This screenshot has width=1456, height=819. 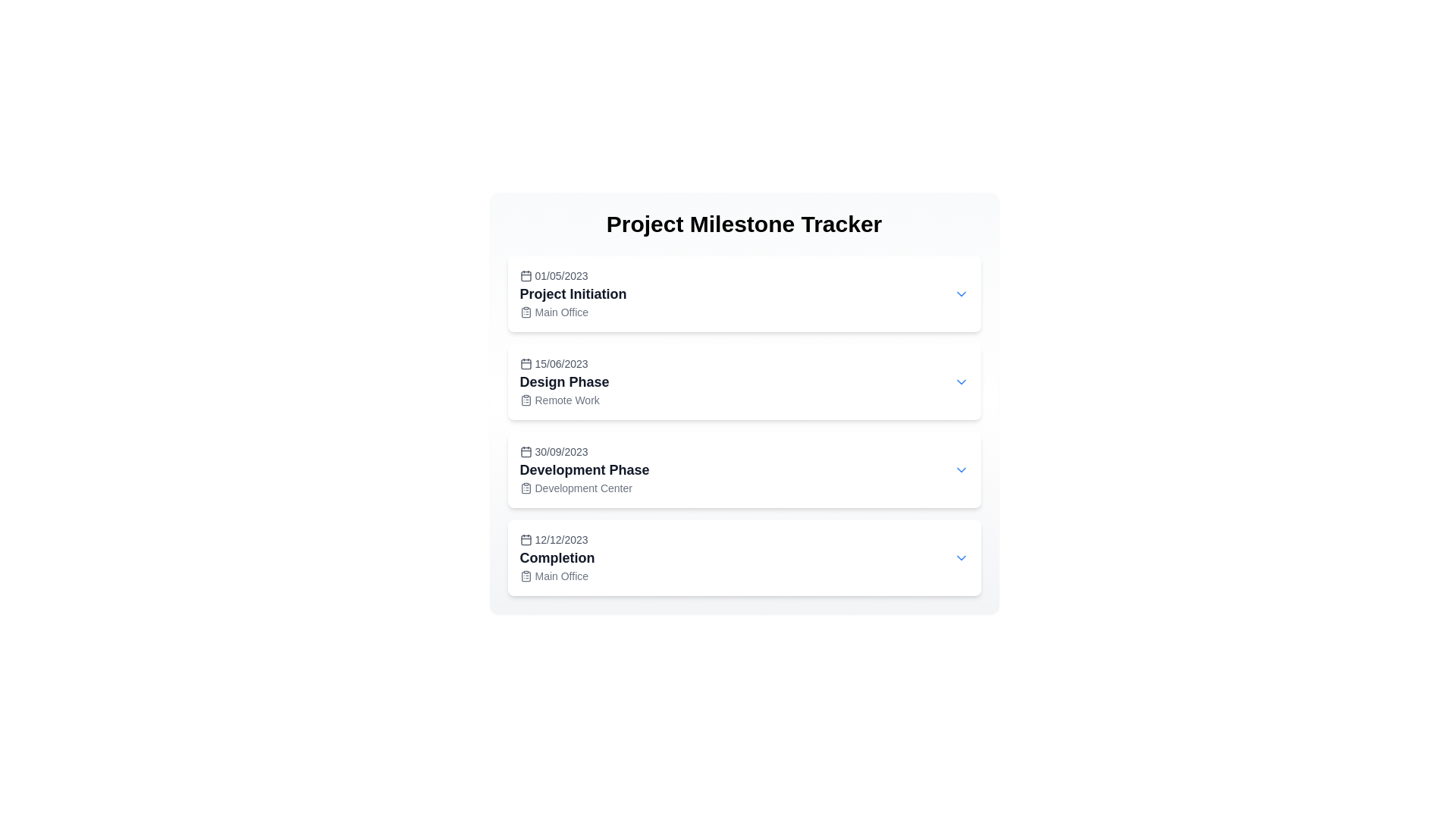 I want to click on the downward-facing chevron icon styled in blue for keyboard navigation, located in the 'Design Phase' section beside the header text, so click(x=960, y=381).